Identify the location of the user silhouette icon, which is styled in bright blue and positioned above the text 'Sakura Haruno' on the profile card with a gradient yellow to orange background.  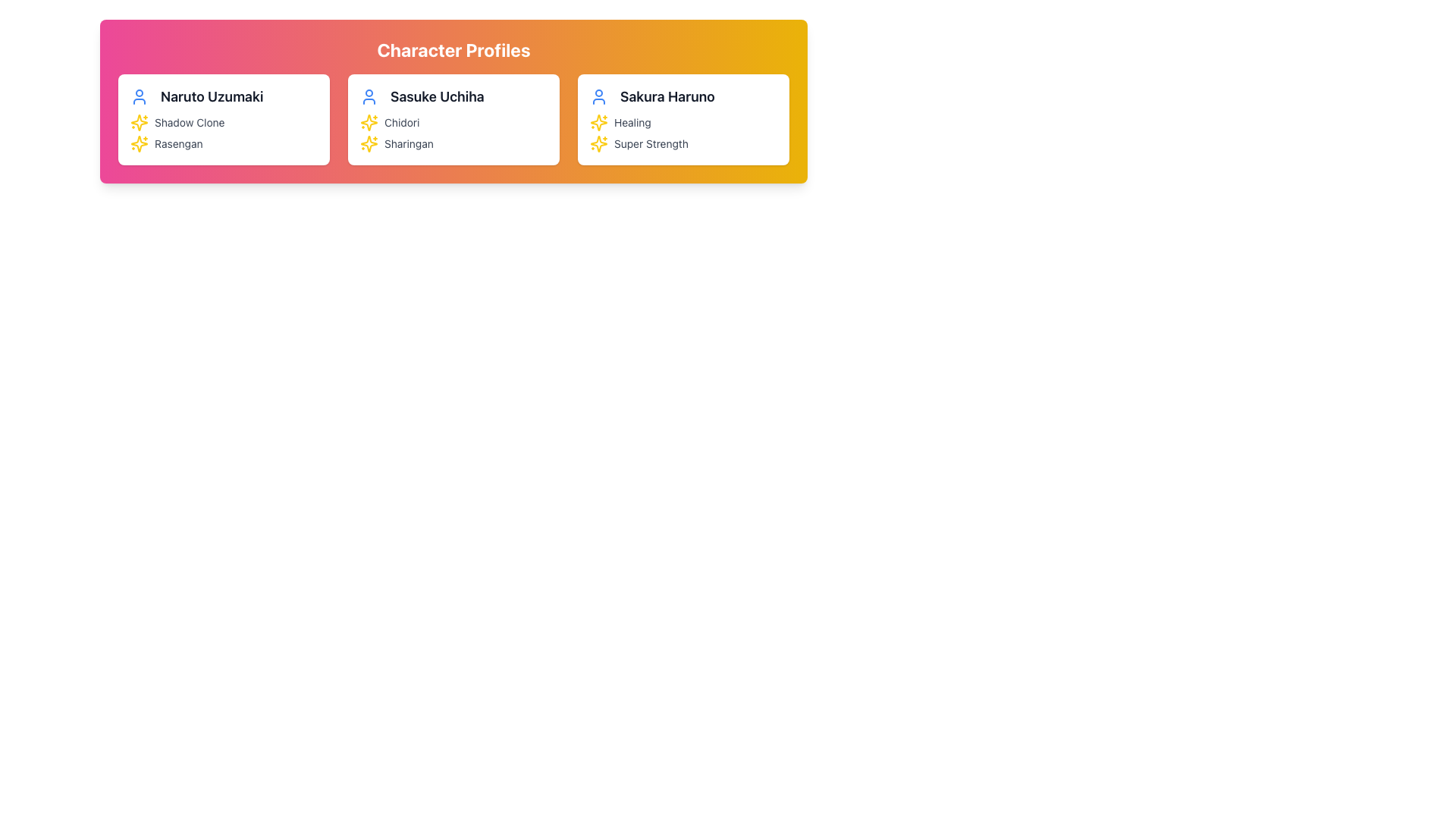
(598, 96).